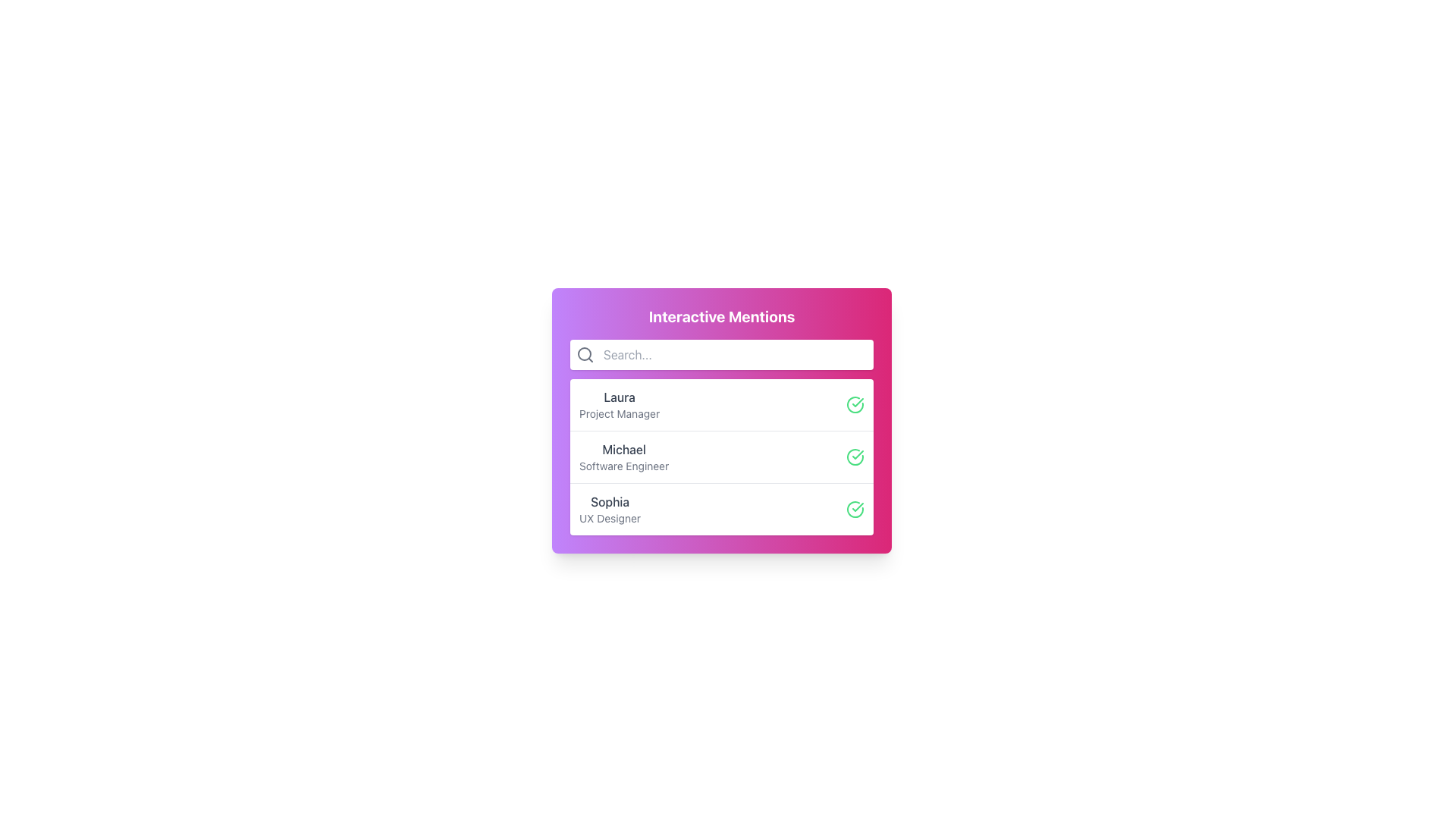  Describe the element at coordinates (620, 414) in the screenshot. I see `text label displaying 'Project Manager' located below the name 'Laura' in the list of text elements` at that location.